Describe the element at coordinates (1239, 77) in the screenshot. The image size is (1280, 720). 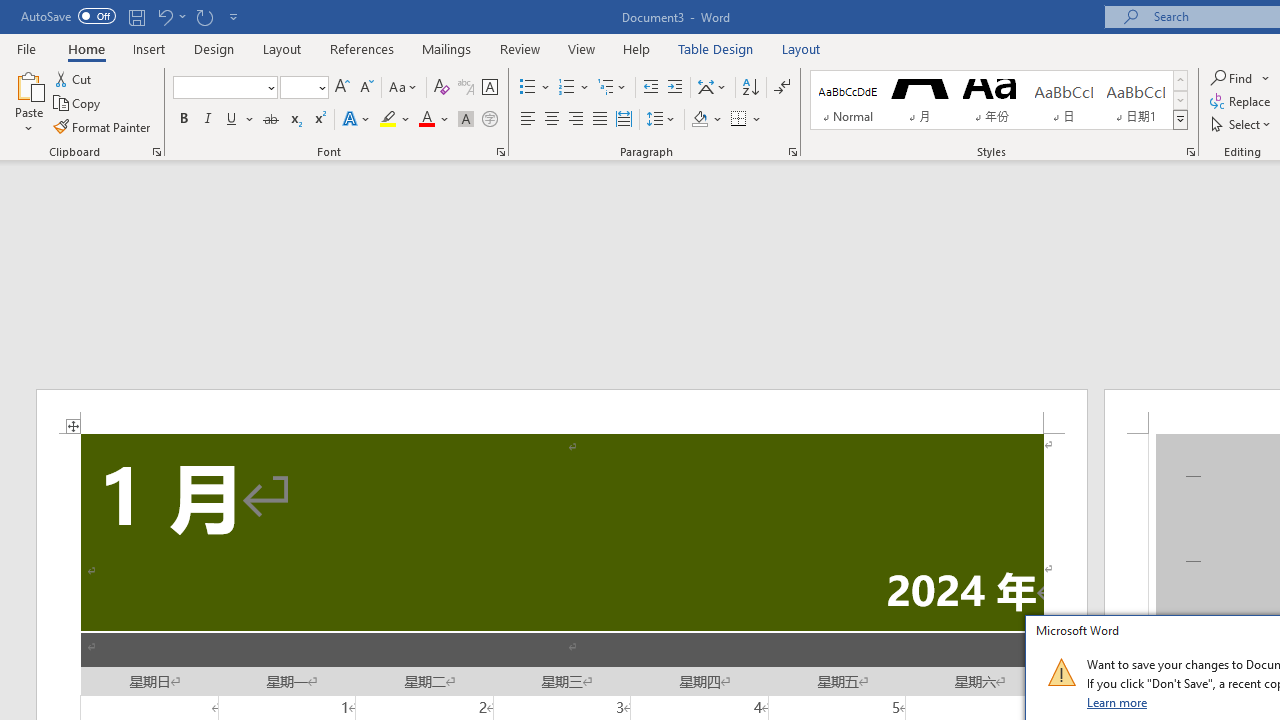
I see `'Find'` at that location.